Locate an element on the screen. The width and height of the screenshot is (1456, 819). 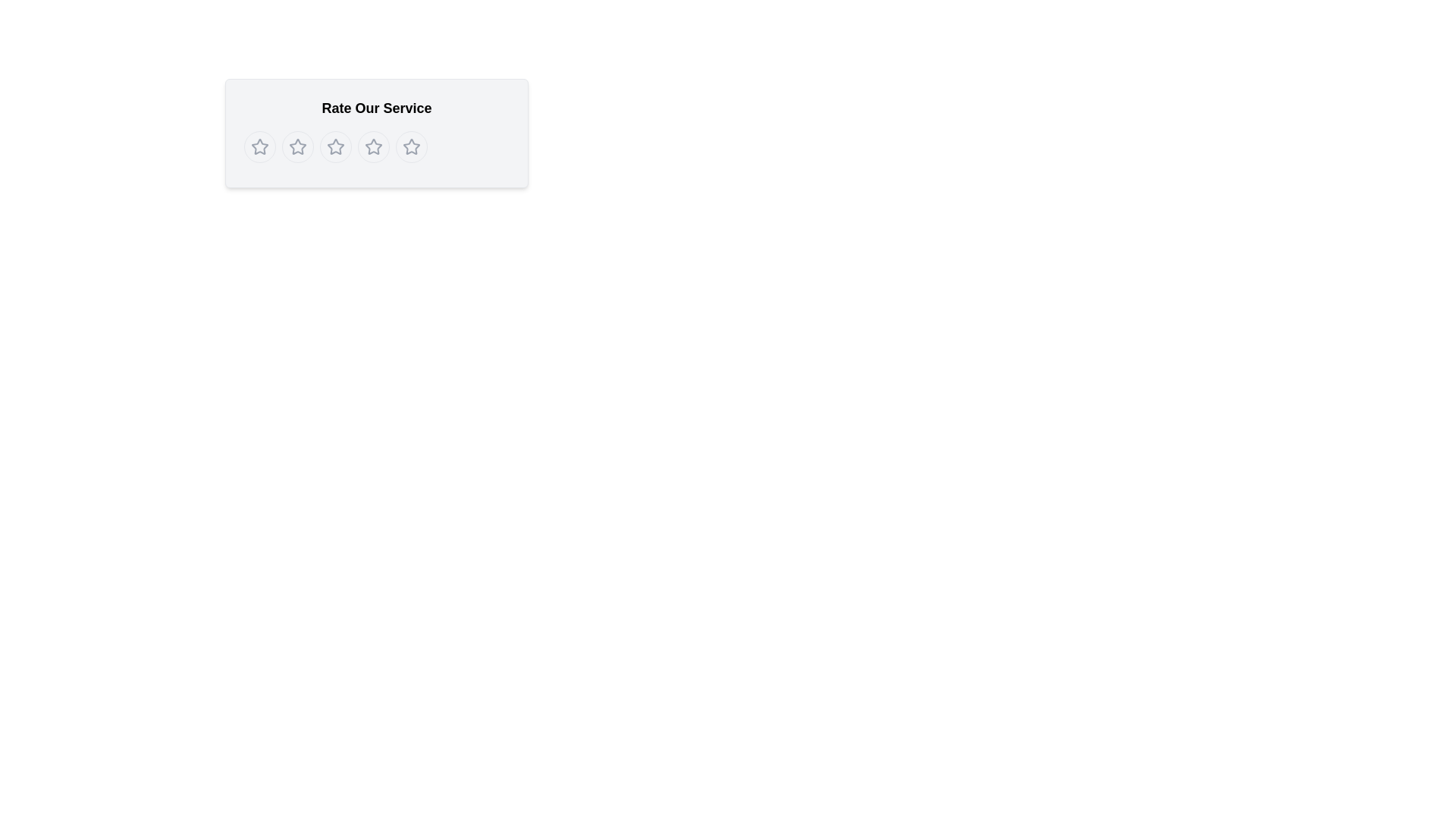
the second rounded button with a star icon, positioned under the 'Rate Our Service' header is located at coordinates (298, 146).